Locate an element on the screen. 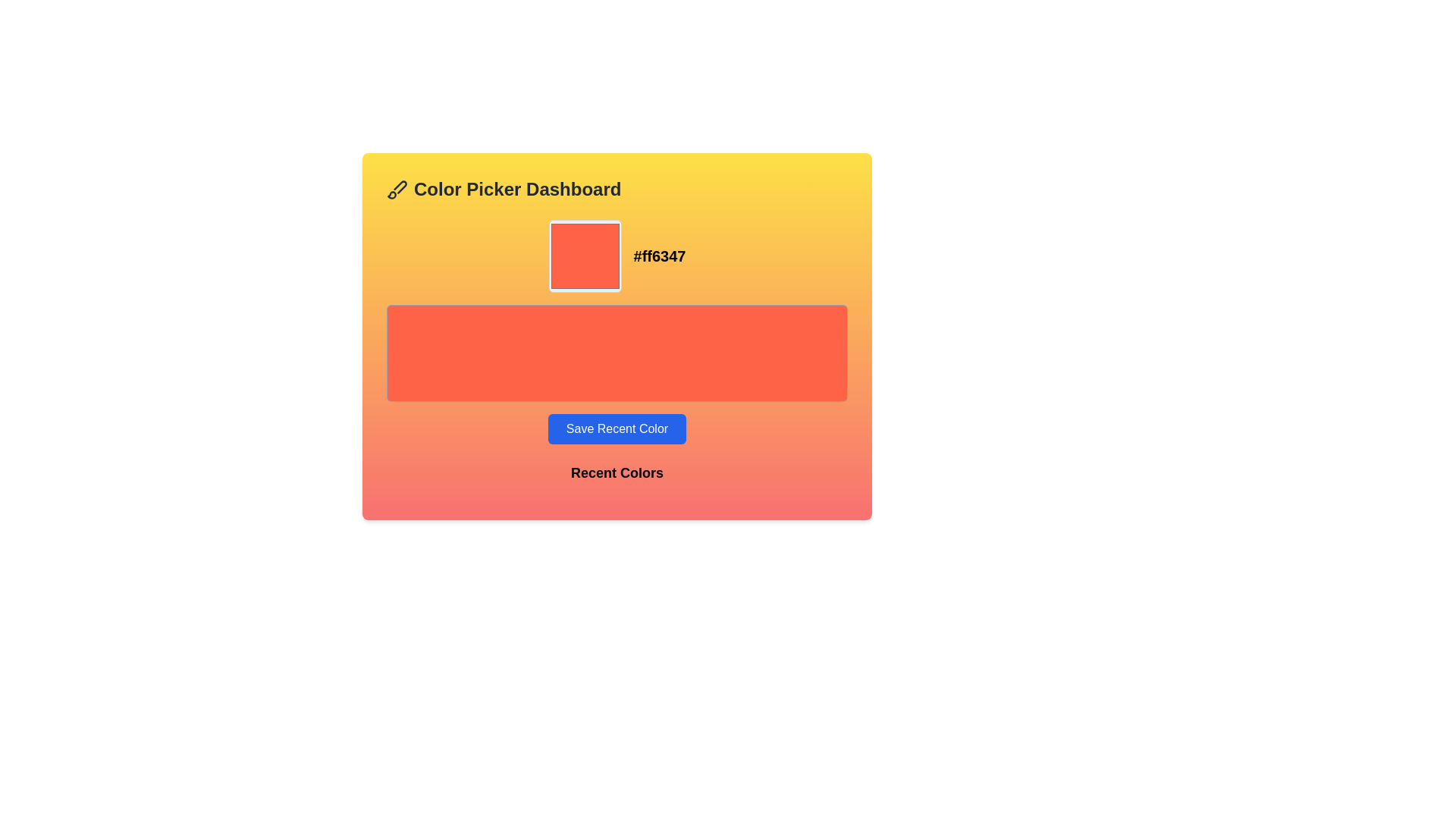 The width and height of the screenshot is (1456, 819). the 'Color Picker Dashboard' text header, which is styled in bold and large font, located at the top of the card layout with a gradient background is located at coordinates (617, 189).